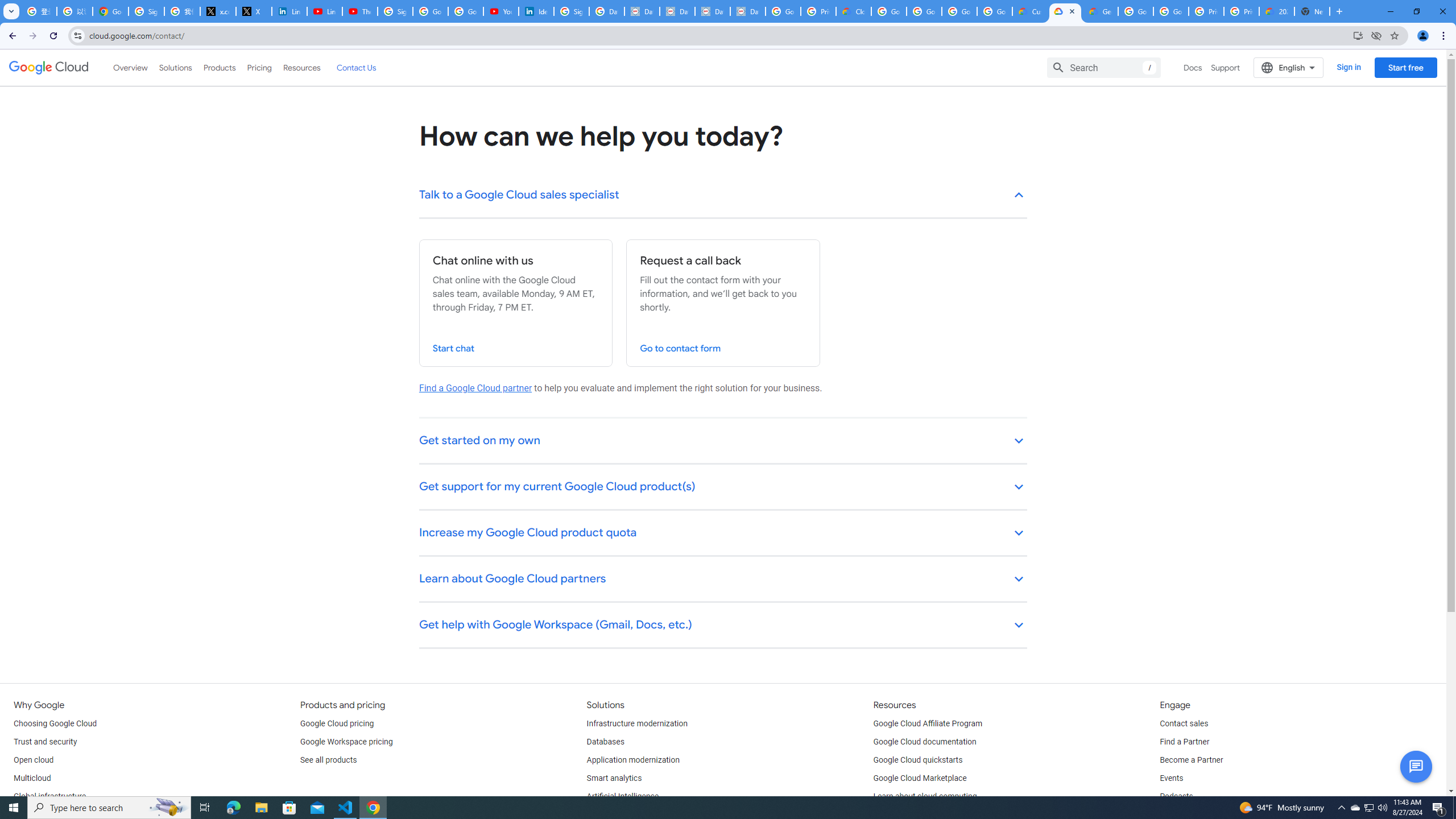 The width and height of the screenshot is (1456, 819). What do you see at coordinates (614, 778) in the screenshot?
I see `'Smart analytics'` at bounding box center [614, 778].